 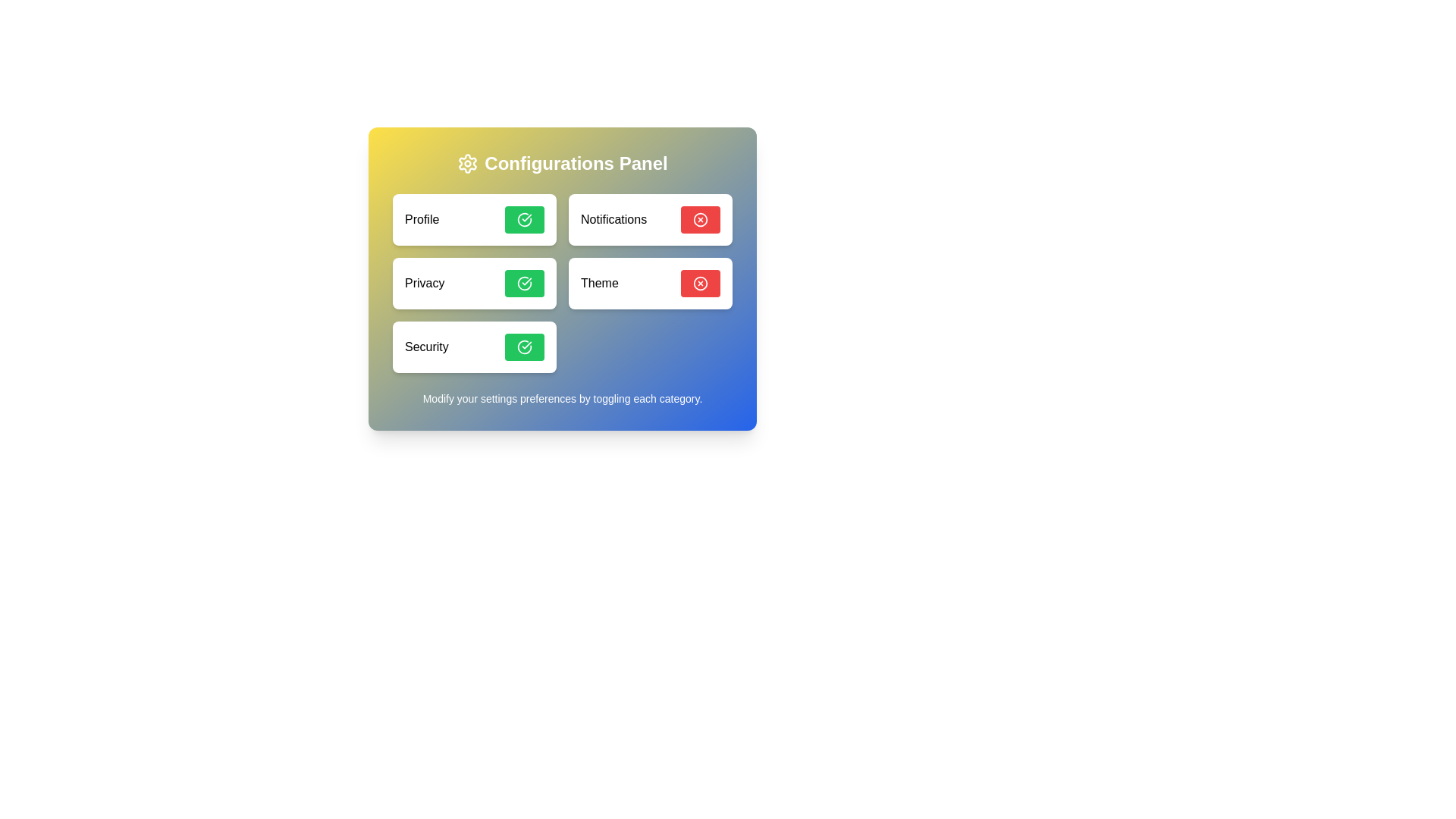 I want to click on the green circular check icon symbol located in the 'Security' section, which indicates confirmation or acceptance, so click(x=524, y=347).